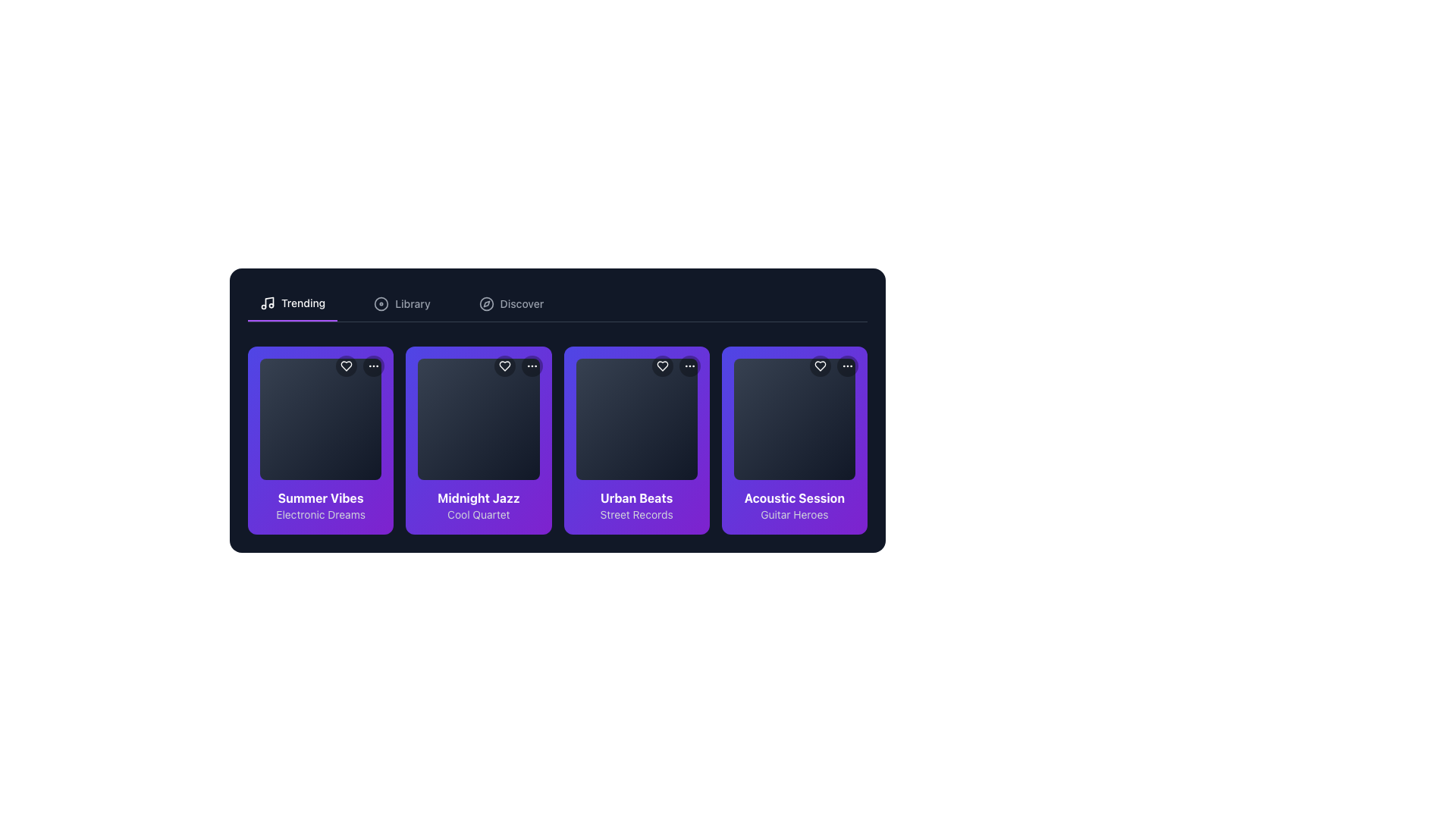 The image size is (1456, 819). Describe the element at coordinates (293, 304) in the screenshot. I see `the 'Trending' button, which is the first item in the navigation bar and is currently active, indicated by a purple border` at that location.